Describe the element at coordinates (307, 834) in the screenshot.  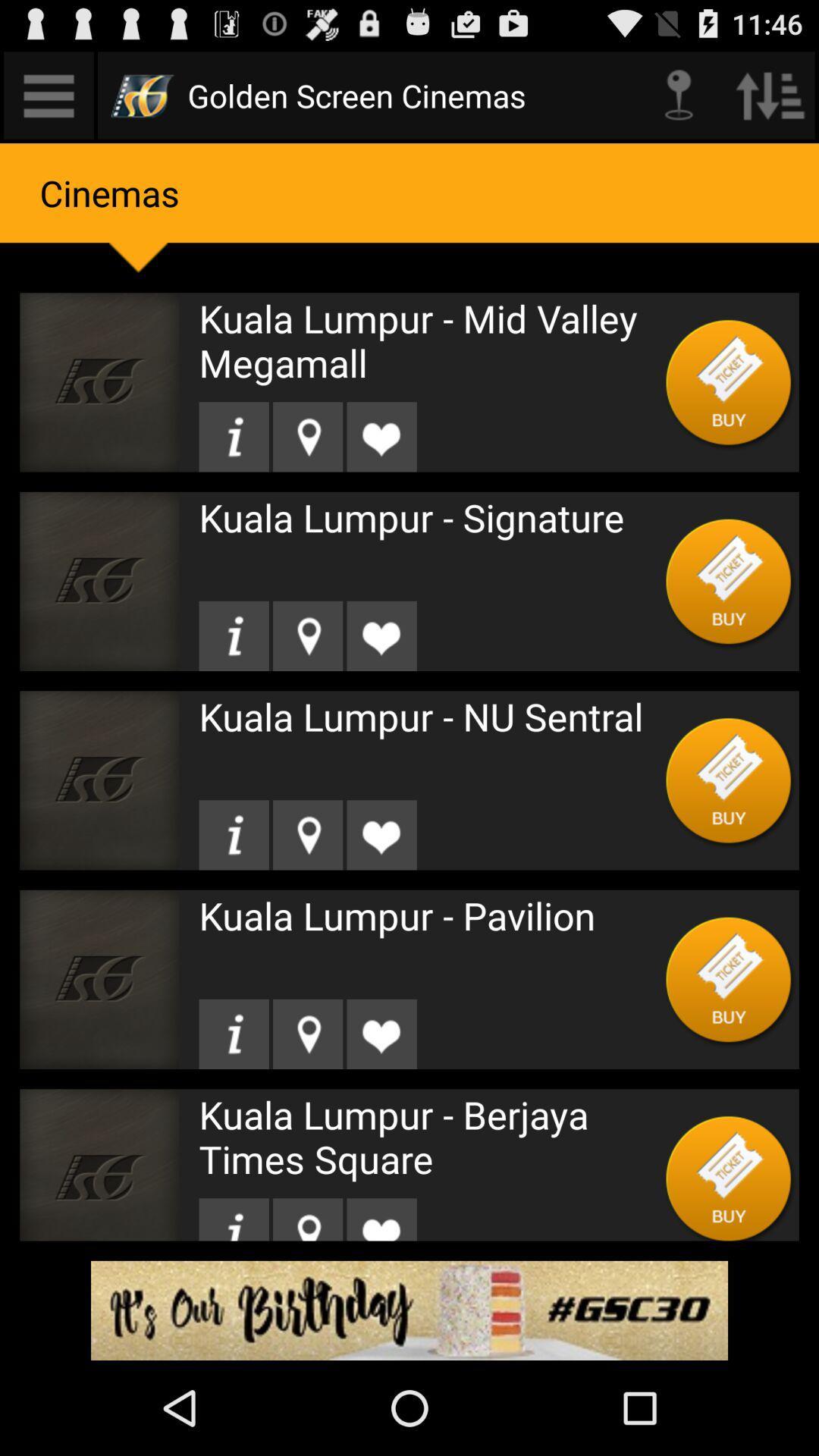
I see `see location` at that location.